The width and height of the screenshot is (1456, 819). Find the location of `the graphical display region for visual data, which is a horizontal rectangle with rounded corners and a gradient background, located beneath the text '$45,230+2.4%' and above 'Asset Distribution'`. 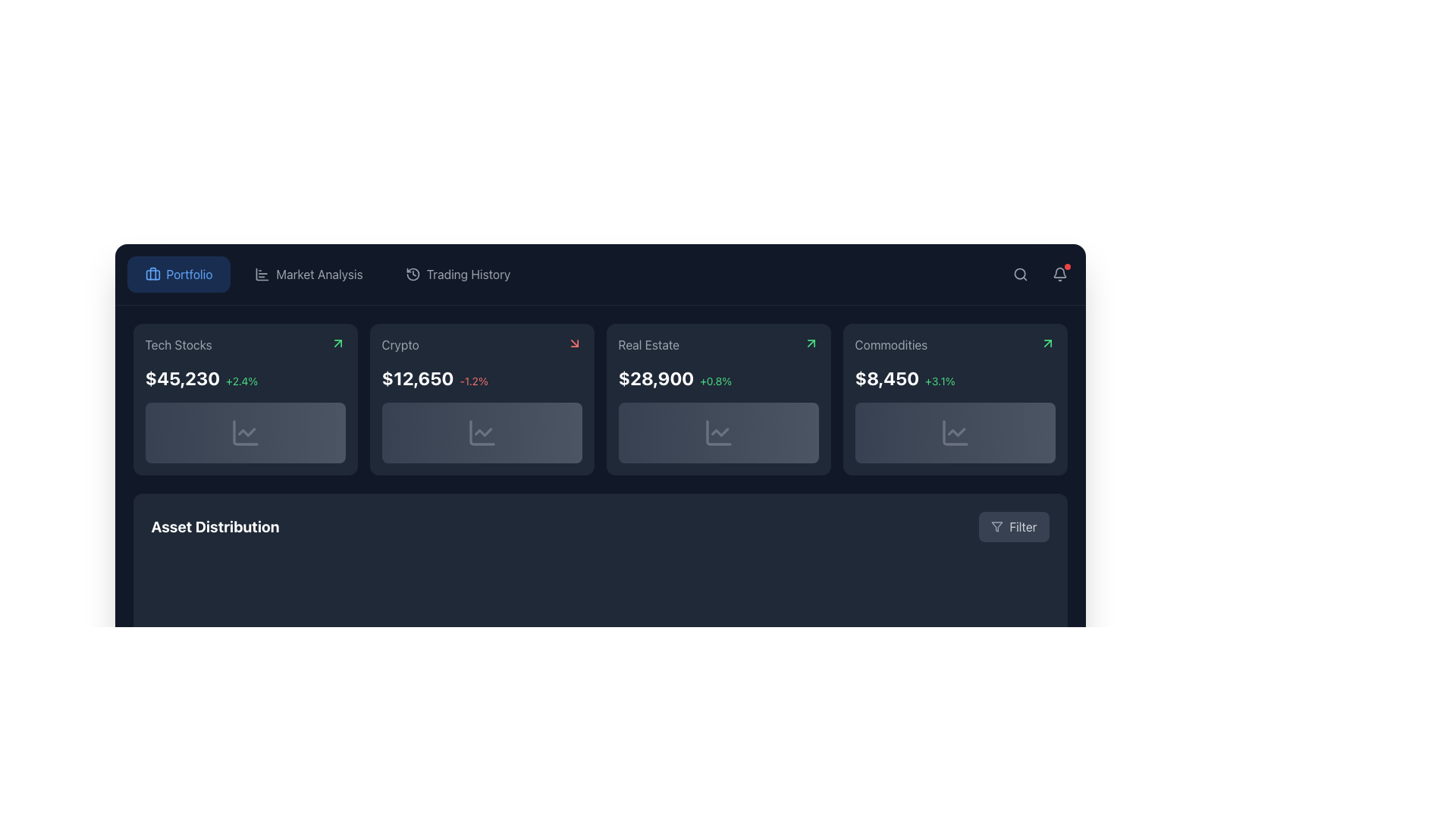

the graphical display region for visual data, which is a horizontal rectangle with rounded corners and a gradient background, located beneath the text '$45,230+2.4%' and above 'Asset Distribution' is located at coordinates (245, 432).